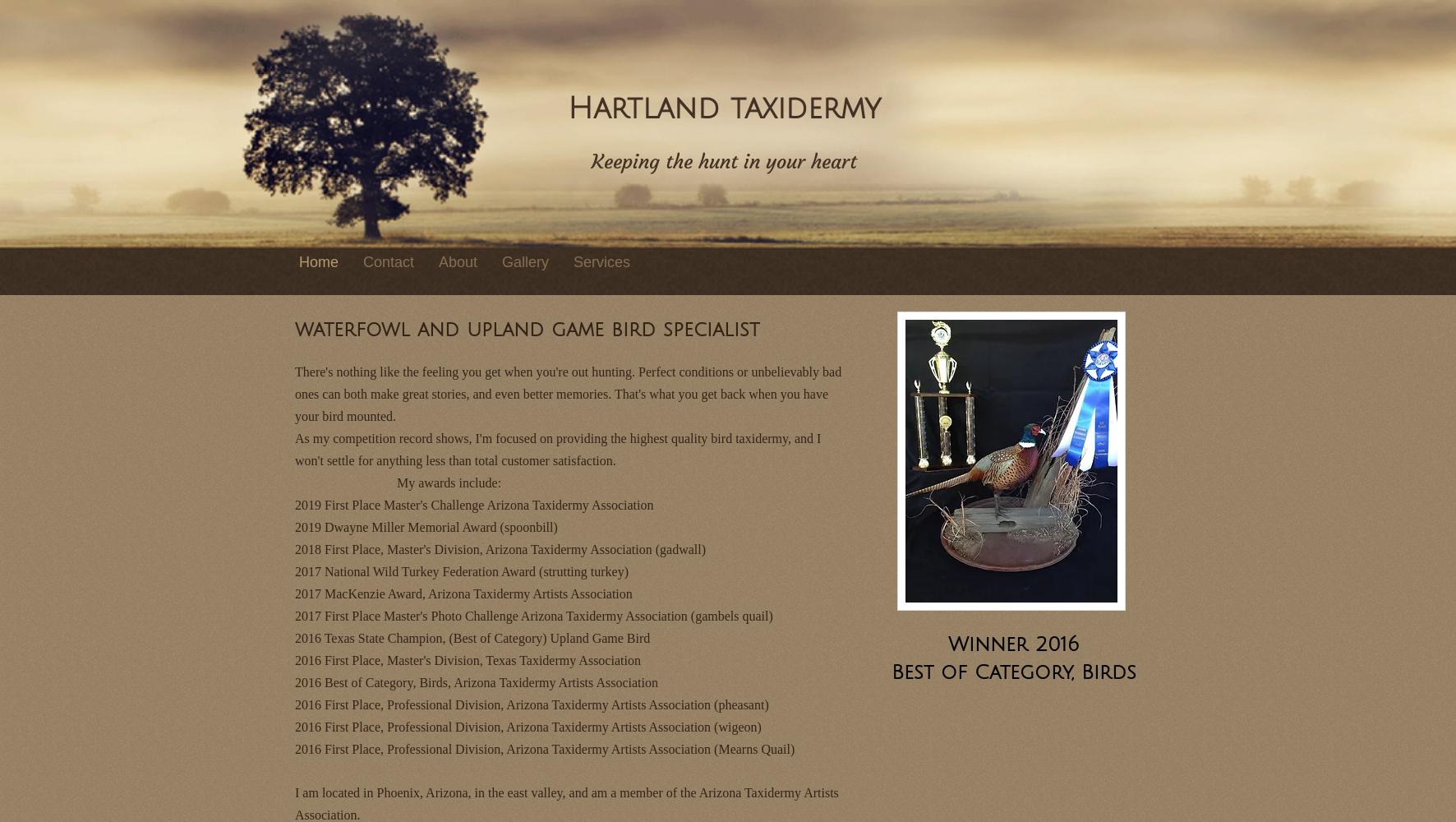 The width and height of the screenshot is (1456, 822). I want to click on '2016 First Place, Professional Division, Arizona Taxidermy Artists Association (pheasant)', so click(295, 703).